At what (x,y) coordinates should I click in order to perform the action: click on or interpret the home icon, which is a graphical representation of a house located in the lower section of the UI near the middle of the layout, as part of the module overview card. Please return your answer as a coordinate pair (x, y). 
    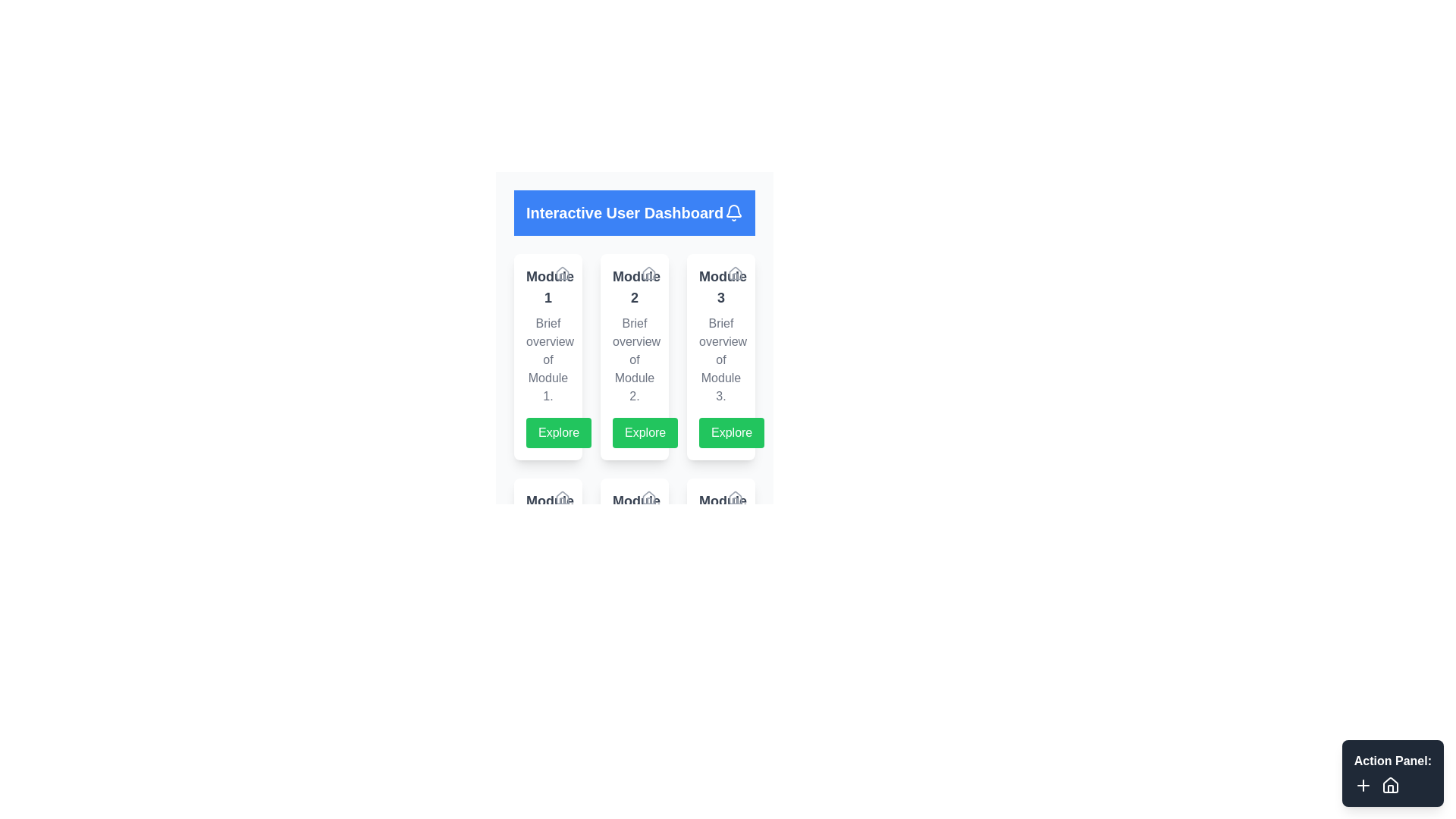
    Looking at the image, I should click on (648, 497).